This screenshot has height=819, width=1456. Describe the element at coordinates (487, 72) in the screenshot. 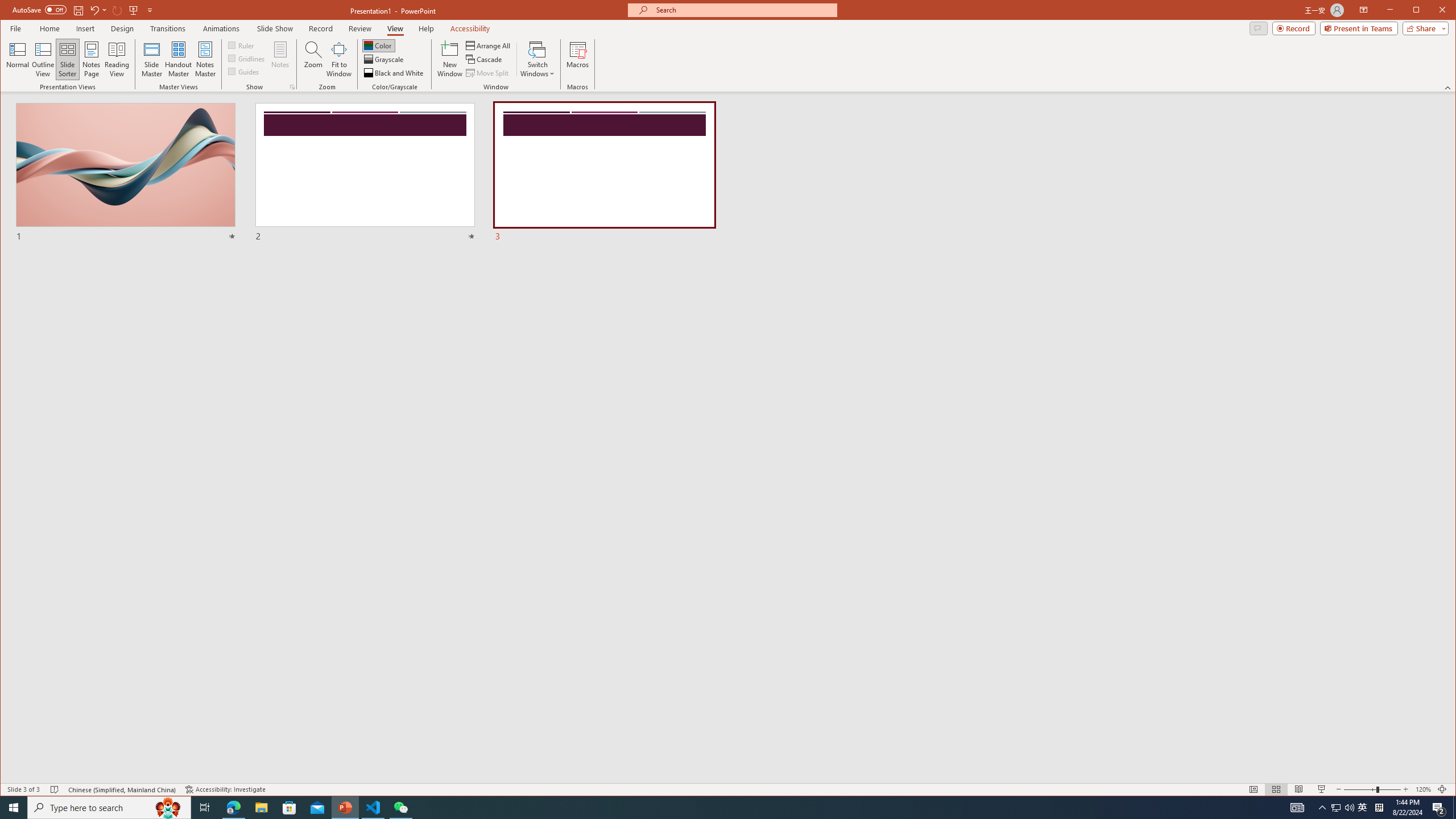

I see `'Move Split'` at that location.